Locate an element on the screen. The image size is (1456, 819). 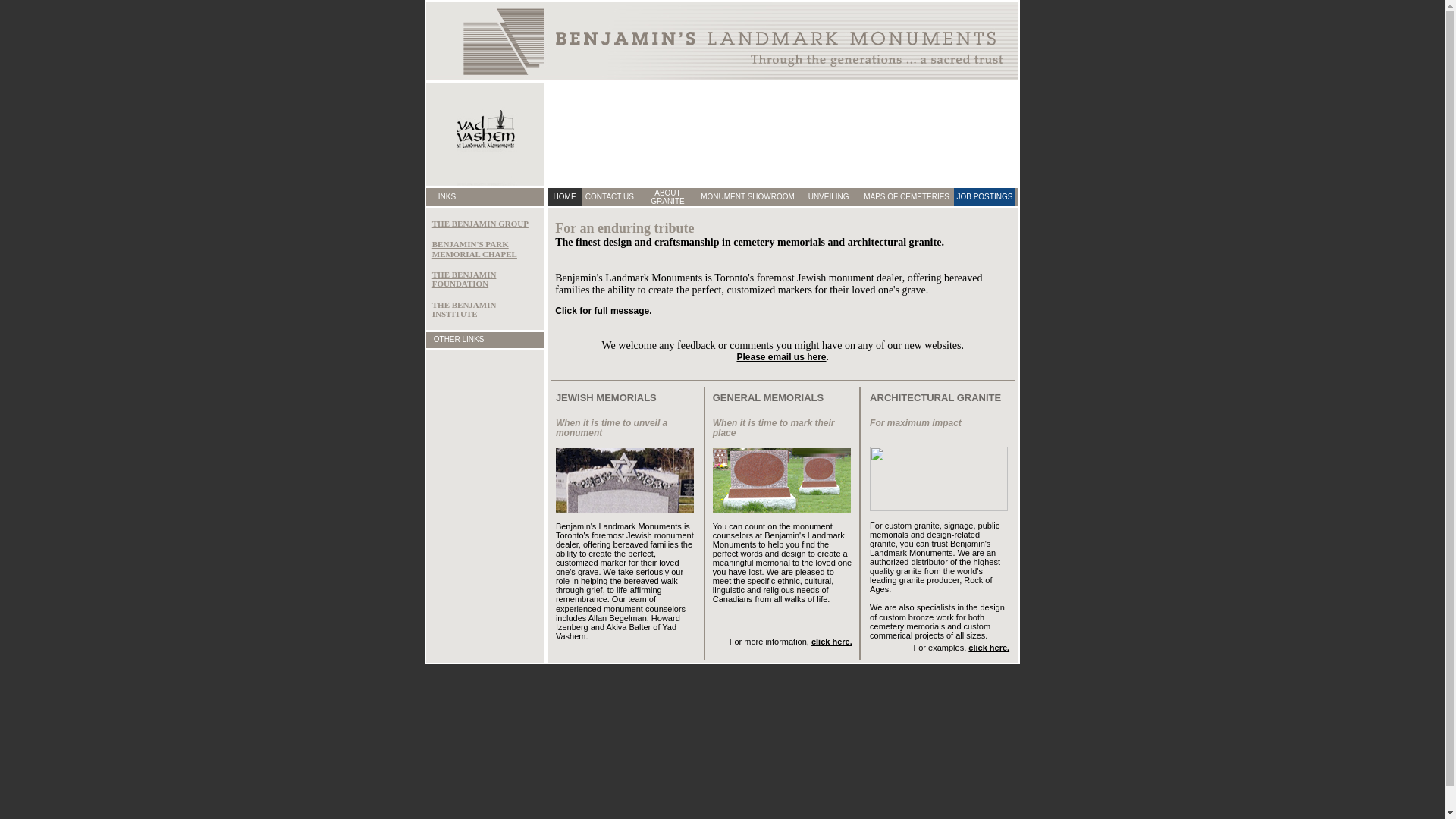
'ABOUT GRANITE' is located at coordinates (651, 195).